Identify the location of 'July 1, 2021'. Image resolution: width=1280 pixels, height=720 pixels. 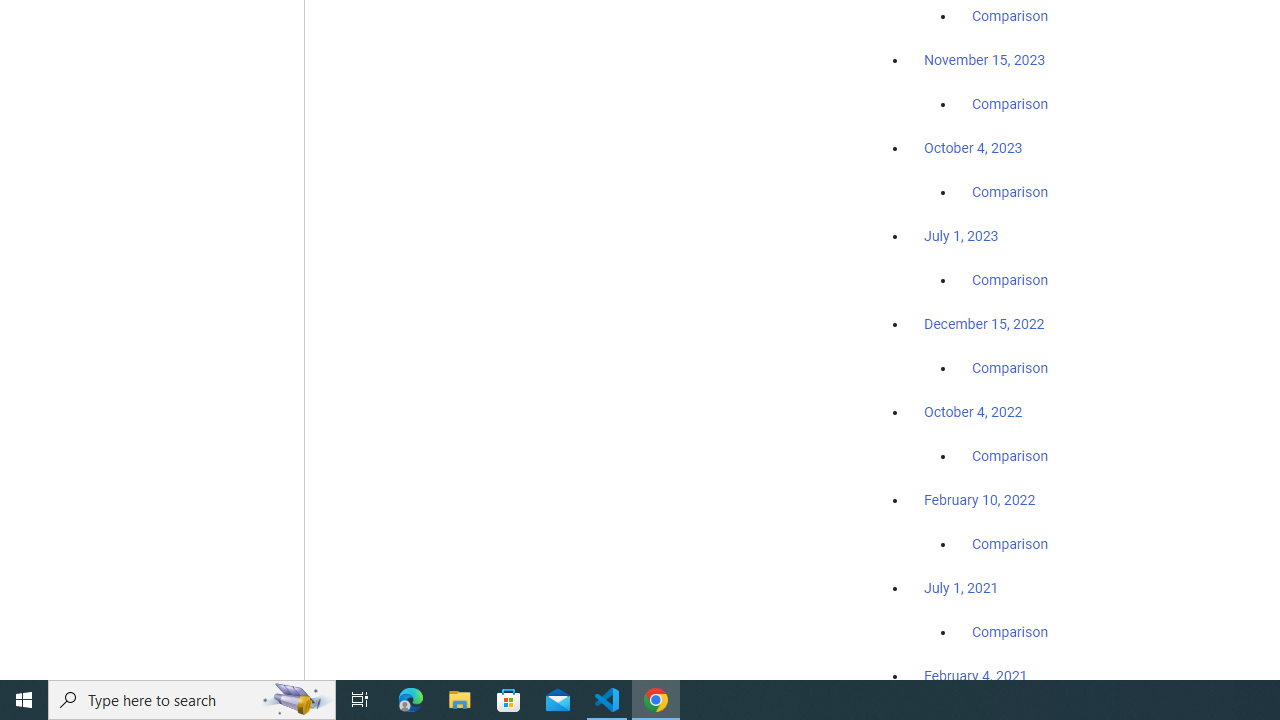
(961, 586).